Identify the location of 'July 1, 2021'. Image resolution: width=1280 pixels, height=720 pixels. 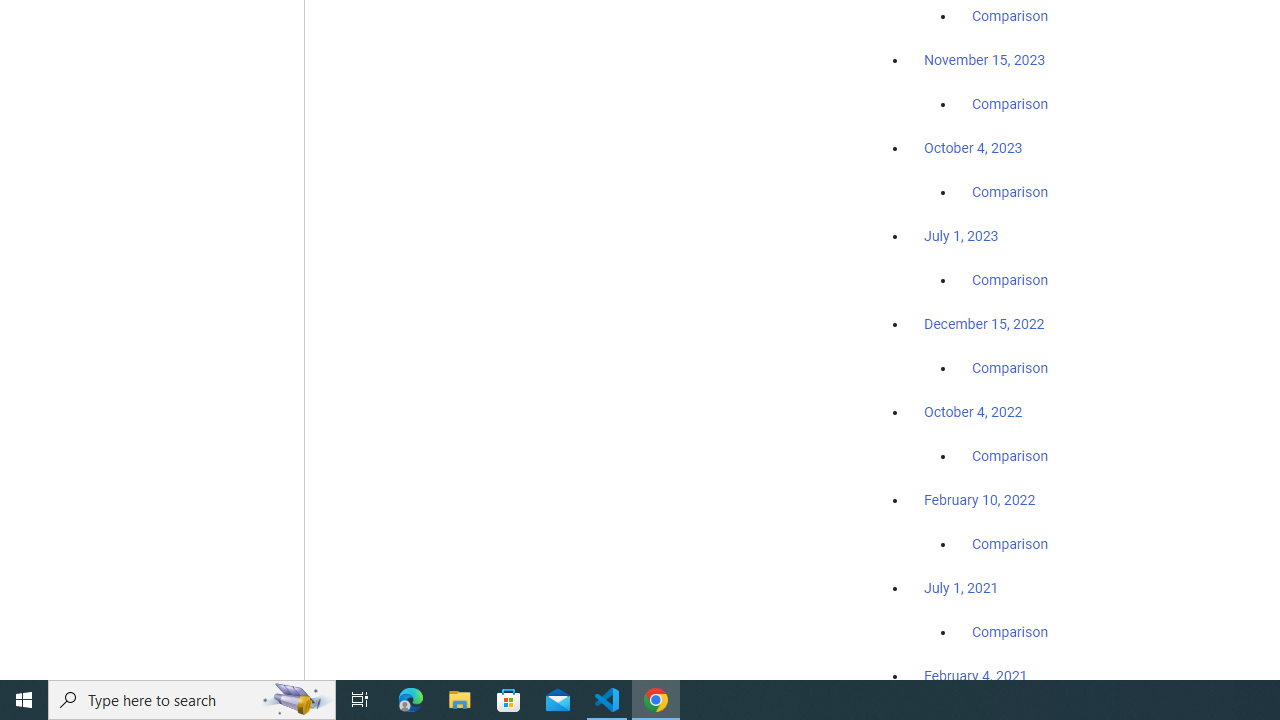
(961, 586).